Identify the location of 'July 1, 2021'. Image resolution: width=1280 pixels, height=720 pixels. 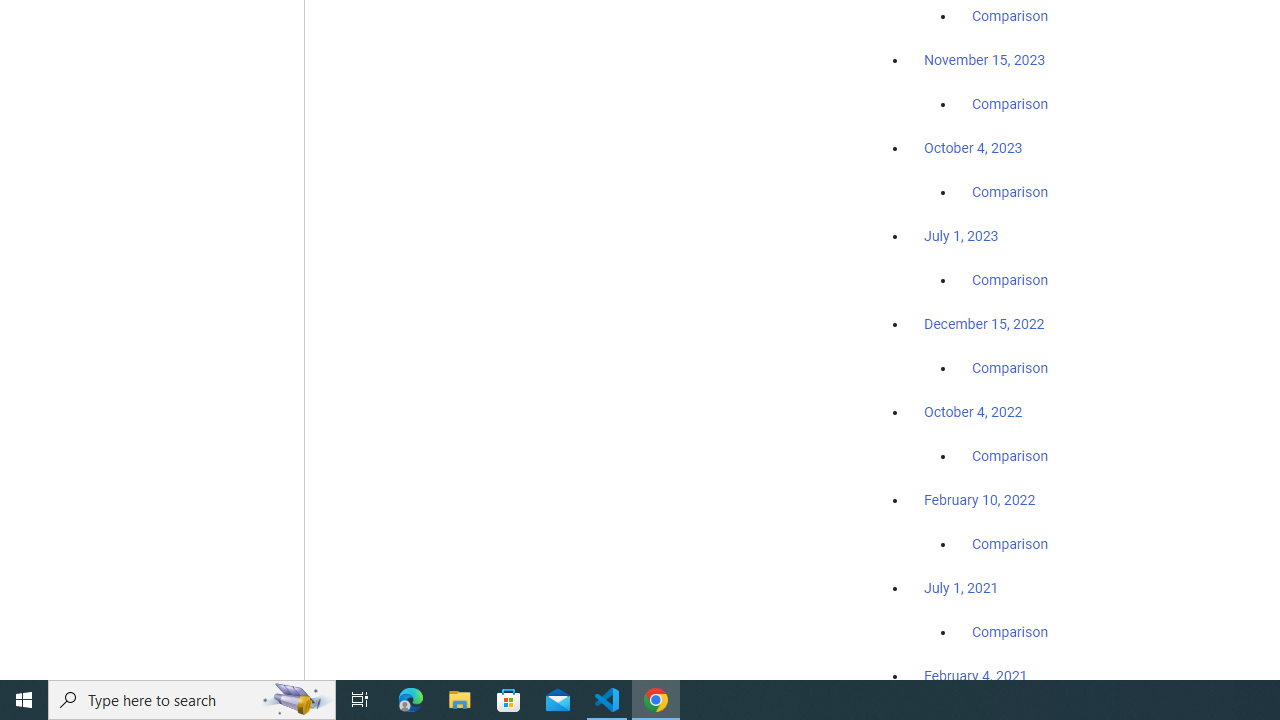
(961, 586).